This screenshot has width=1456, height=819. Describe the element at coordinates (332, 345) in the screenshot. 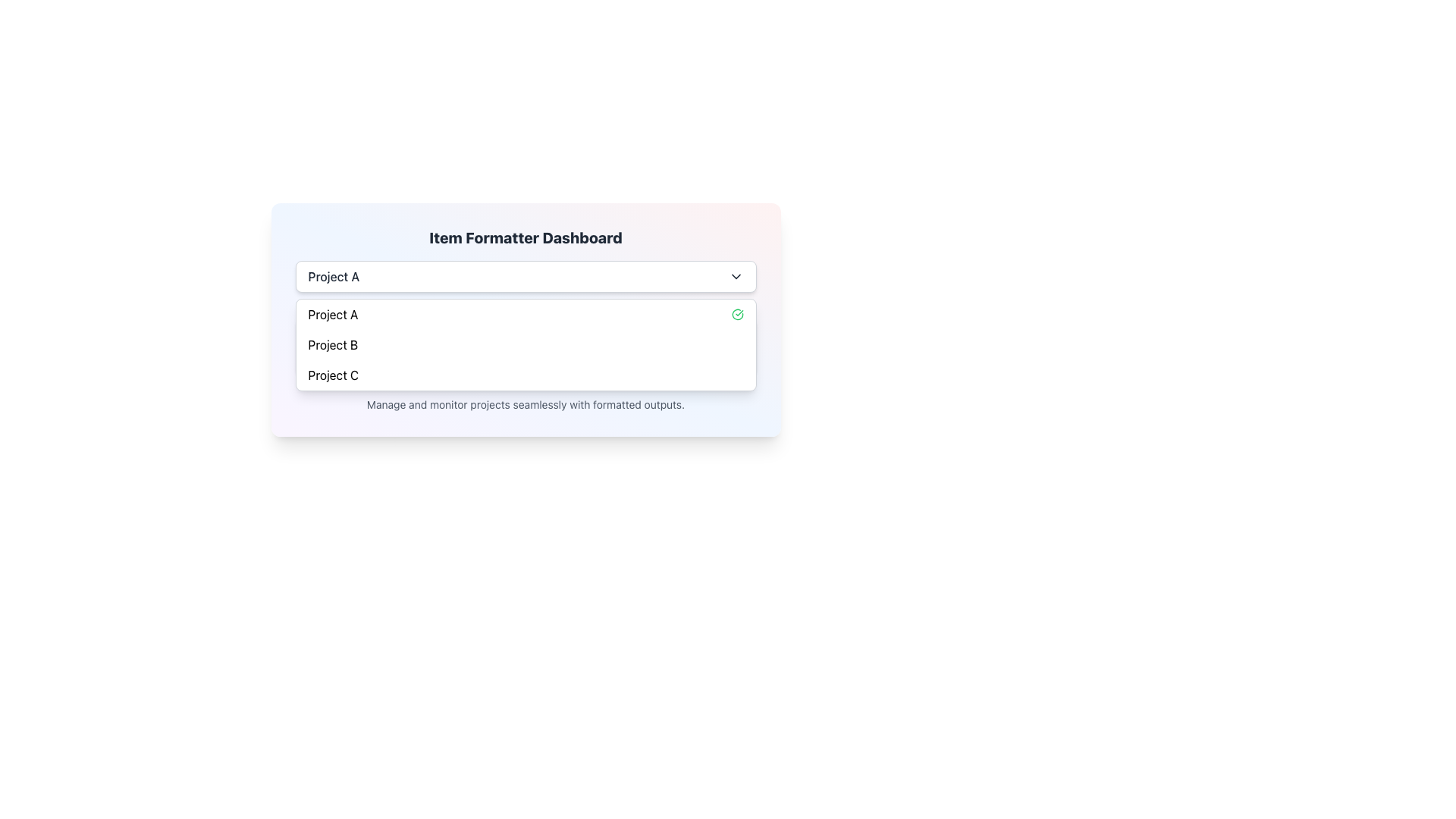

I see `the selectable dropdown item` at that location.